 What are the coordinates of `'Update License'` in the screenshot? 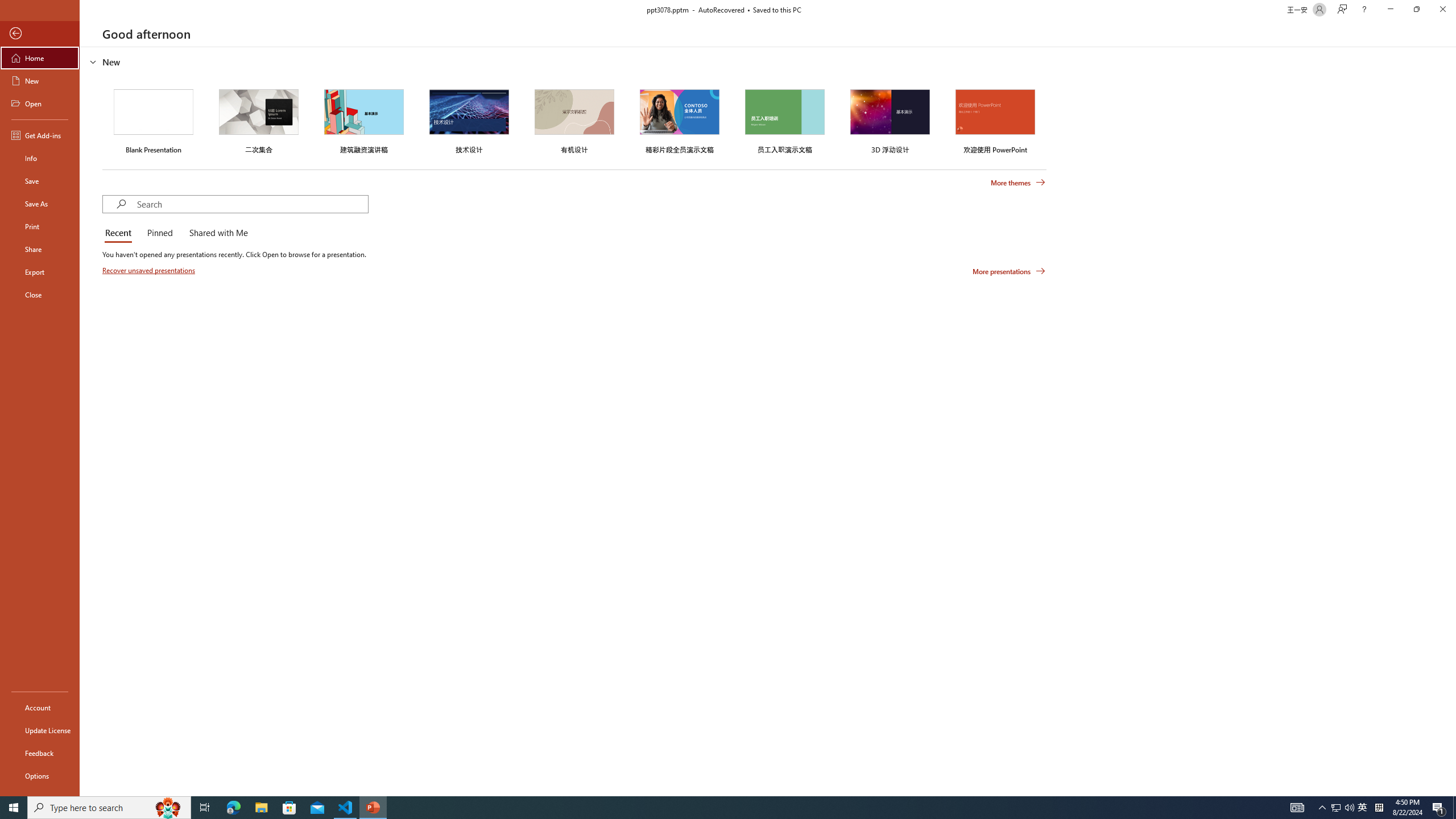 It's located at (39, 730).